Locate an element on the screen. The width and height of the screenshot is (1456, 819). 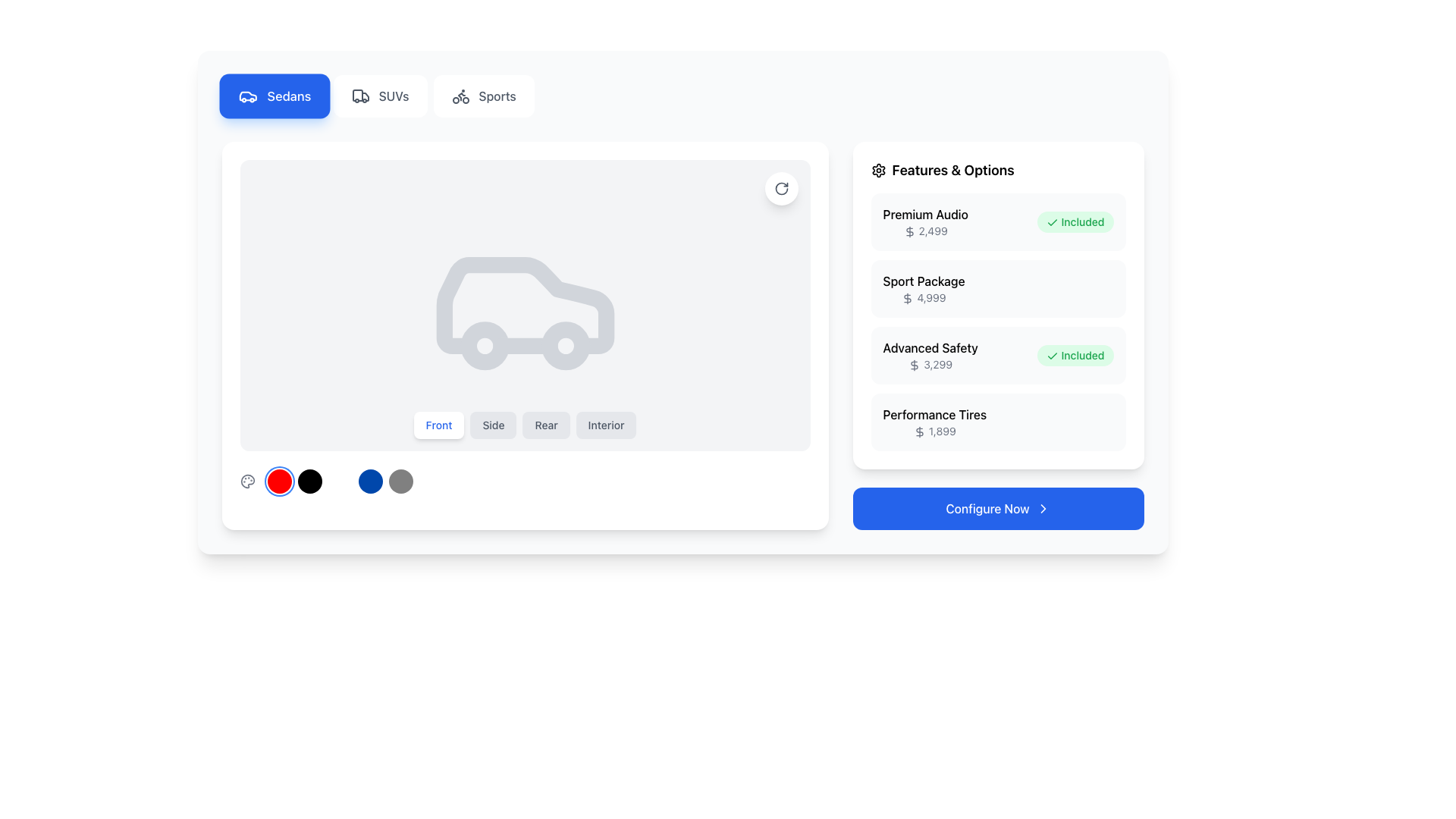
the selectable feature 'Sport Package' with the price '$4,999' located in the 'Features & Options' section, which is the second item in a vertical list is located at coordinates (923, 289).